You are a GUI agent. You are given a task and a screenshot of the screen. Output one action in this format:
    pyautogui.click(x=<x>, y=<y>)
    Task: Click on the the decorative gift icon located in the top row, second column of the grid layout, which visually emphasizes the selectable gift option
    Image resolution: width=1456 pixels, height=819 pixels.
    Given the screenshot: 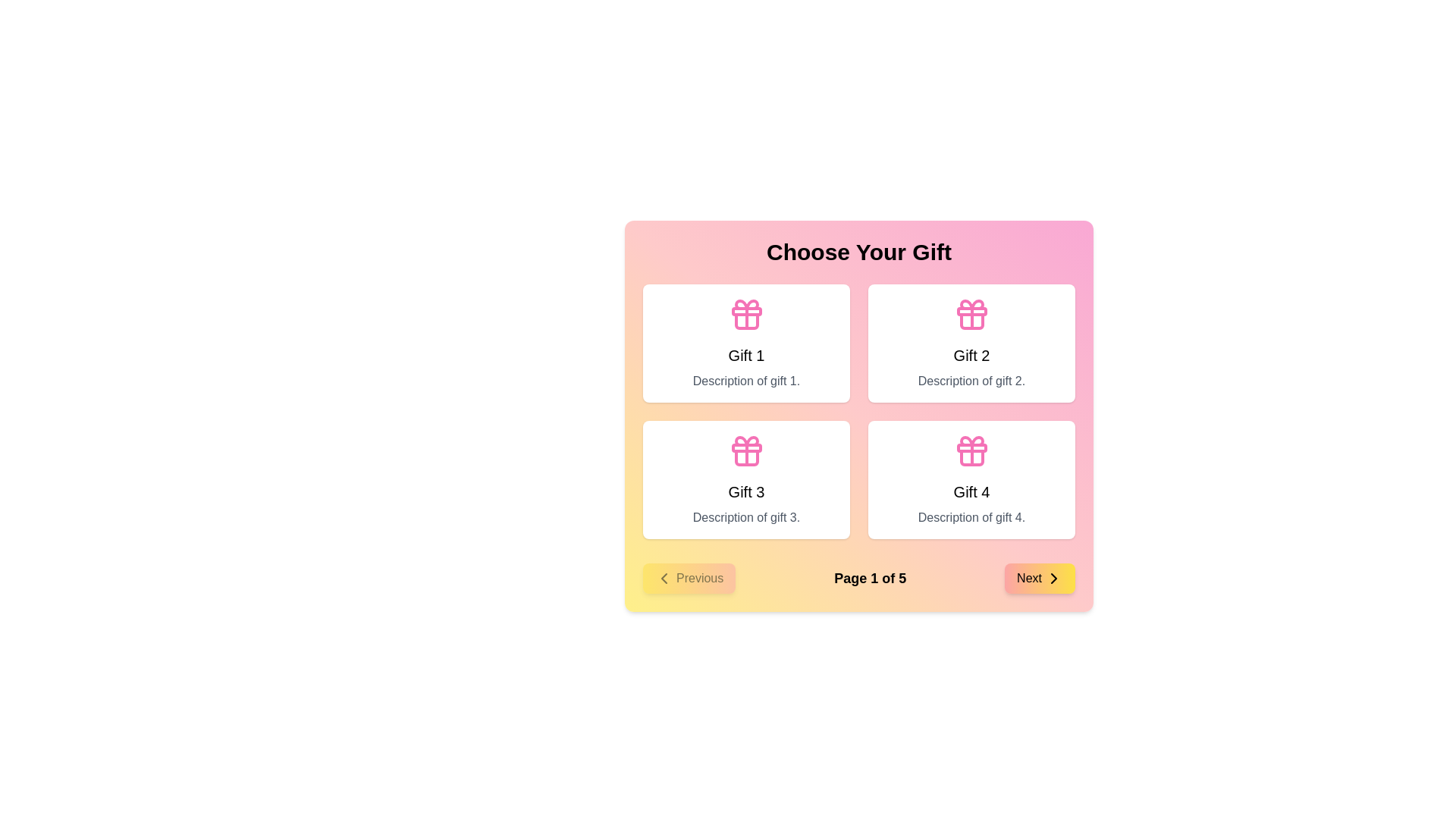 What is the action you would take?
    pyautogui.click(x=971, y=314)
    